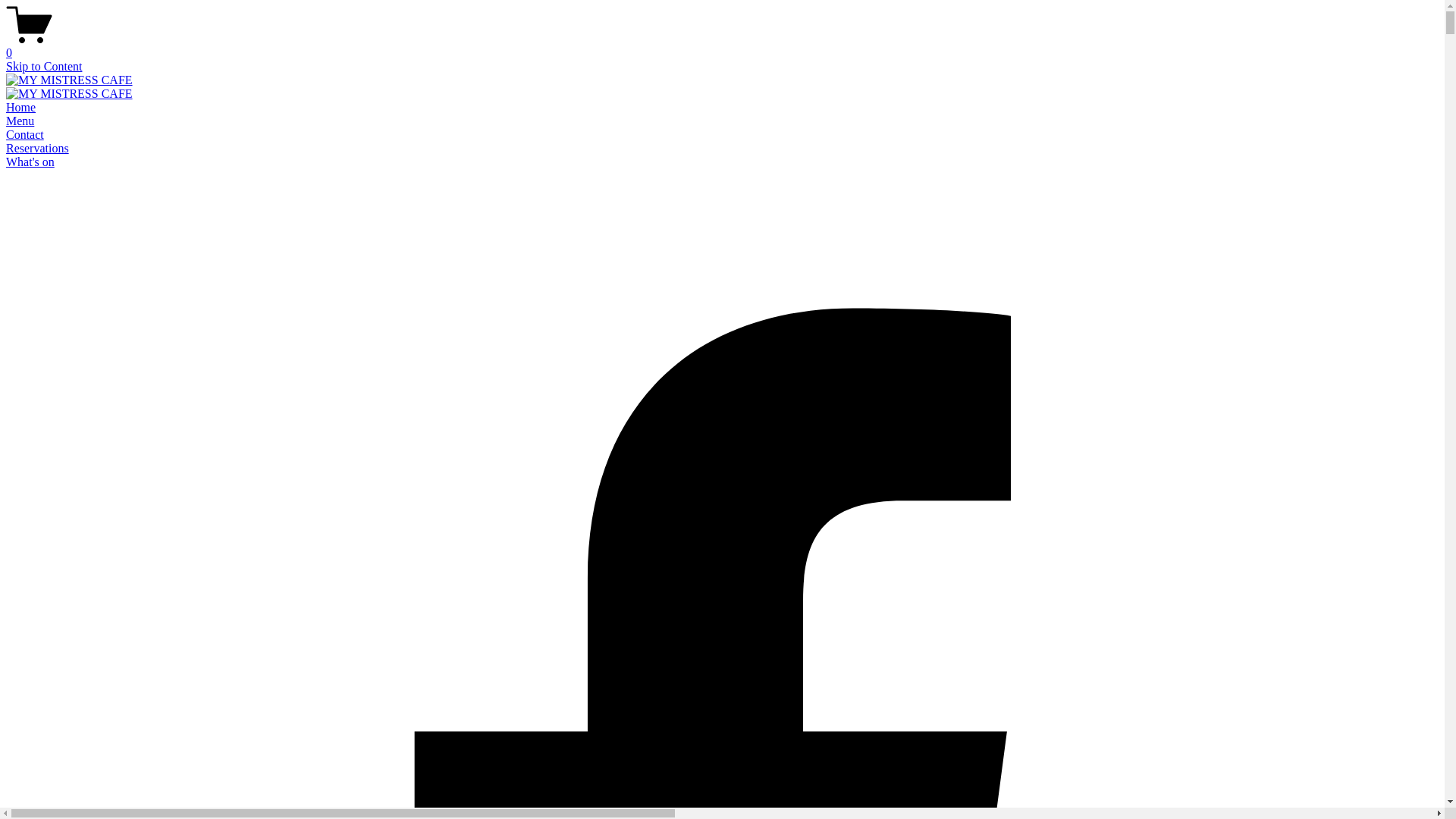 This screenshot has height=819, width=1456. I want to click on 'Menu', so click(20, 120).